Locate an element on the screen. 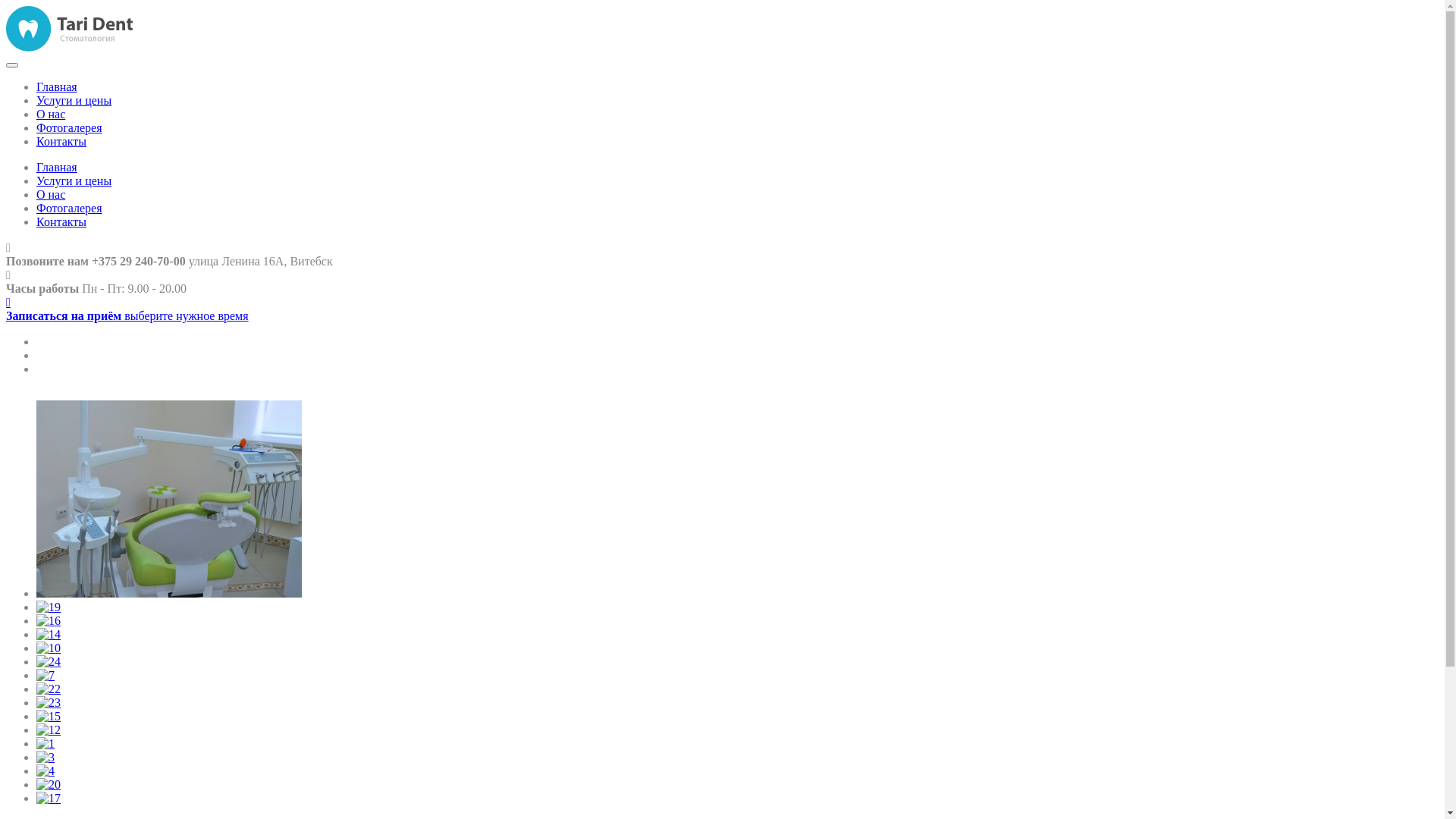  '7' is located at coordinates (45, 675).